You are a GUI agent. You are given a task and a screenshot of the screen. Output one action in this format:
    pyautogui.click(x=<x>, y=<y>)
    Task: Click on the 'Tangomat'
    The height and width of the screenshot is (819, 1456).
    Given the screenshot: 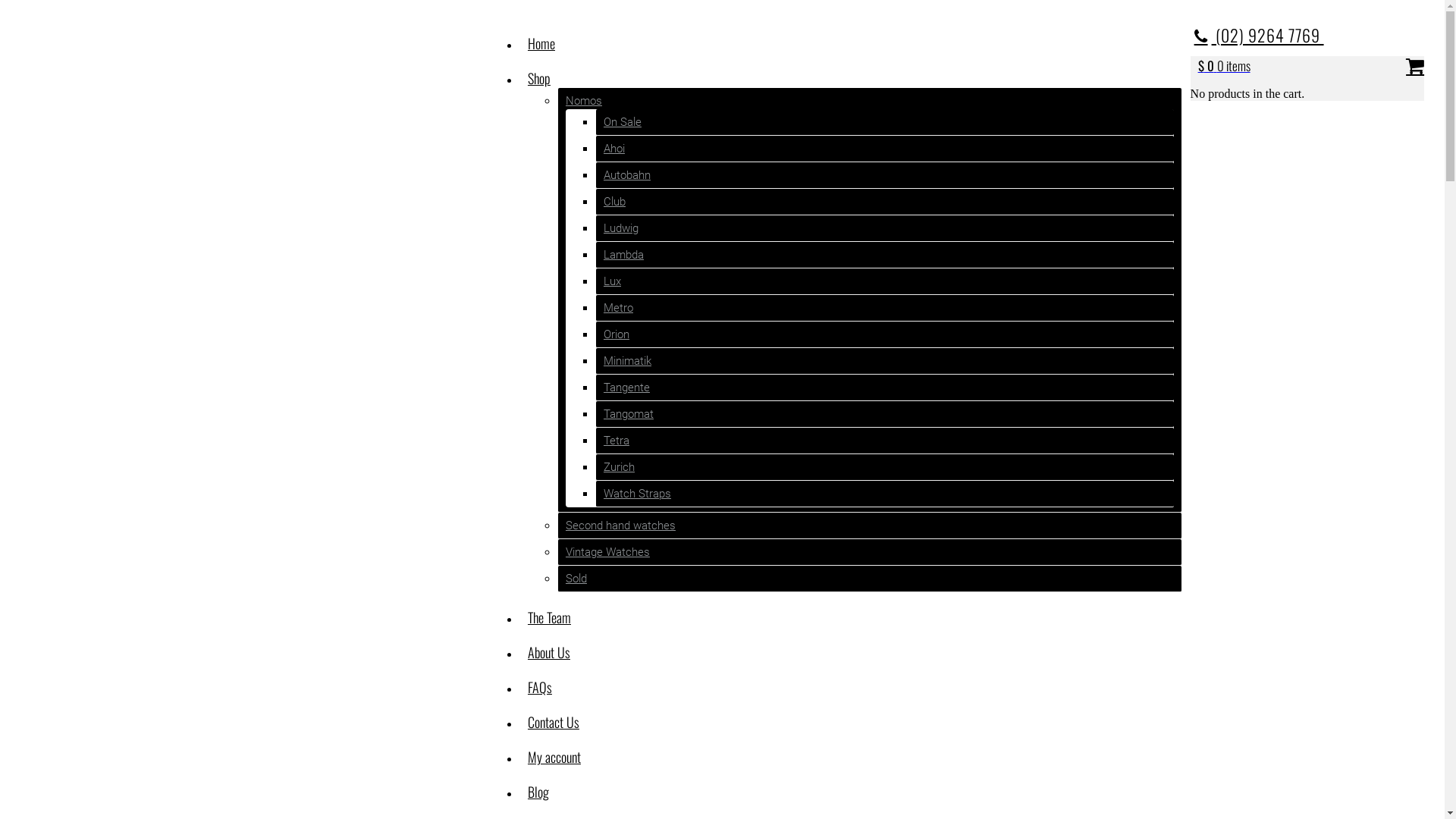 What is the action you would take?
    pyautogui.click(x=629, y=414)
    